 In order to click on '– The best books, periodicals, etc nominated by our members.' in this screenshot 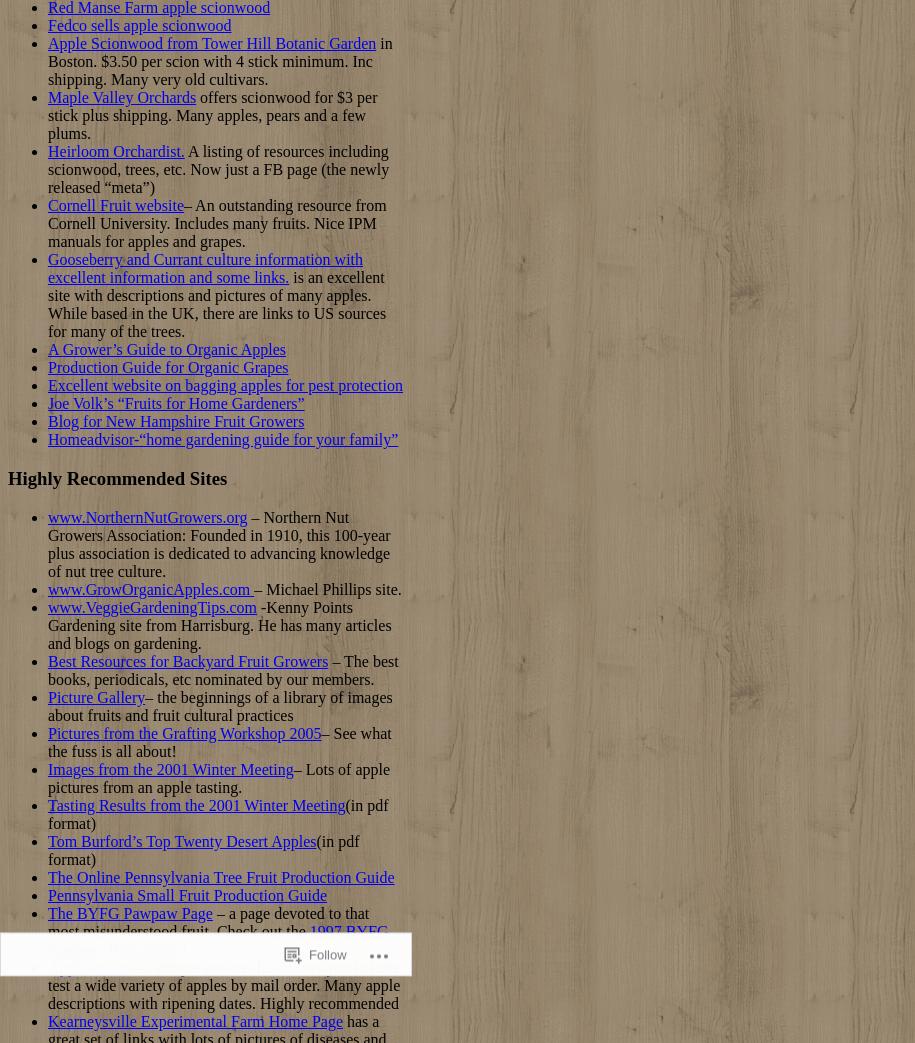, I will do `click(48, 668)`.